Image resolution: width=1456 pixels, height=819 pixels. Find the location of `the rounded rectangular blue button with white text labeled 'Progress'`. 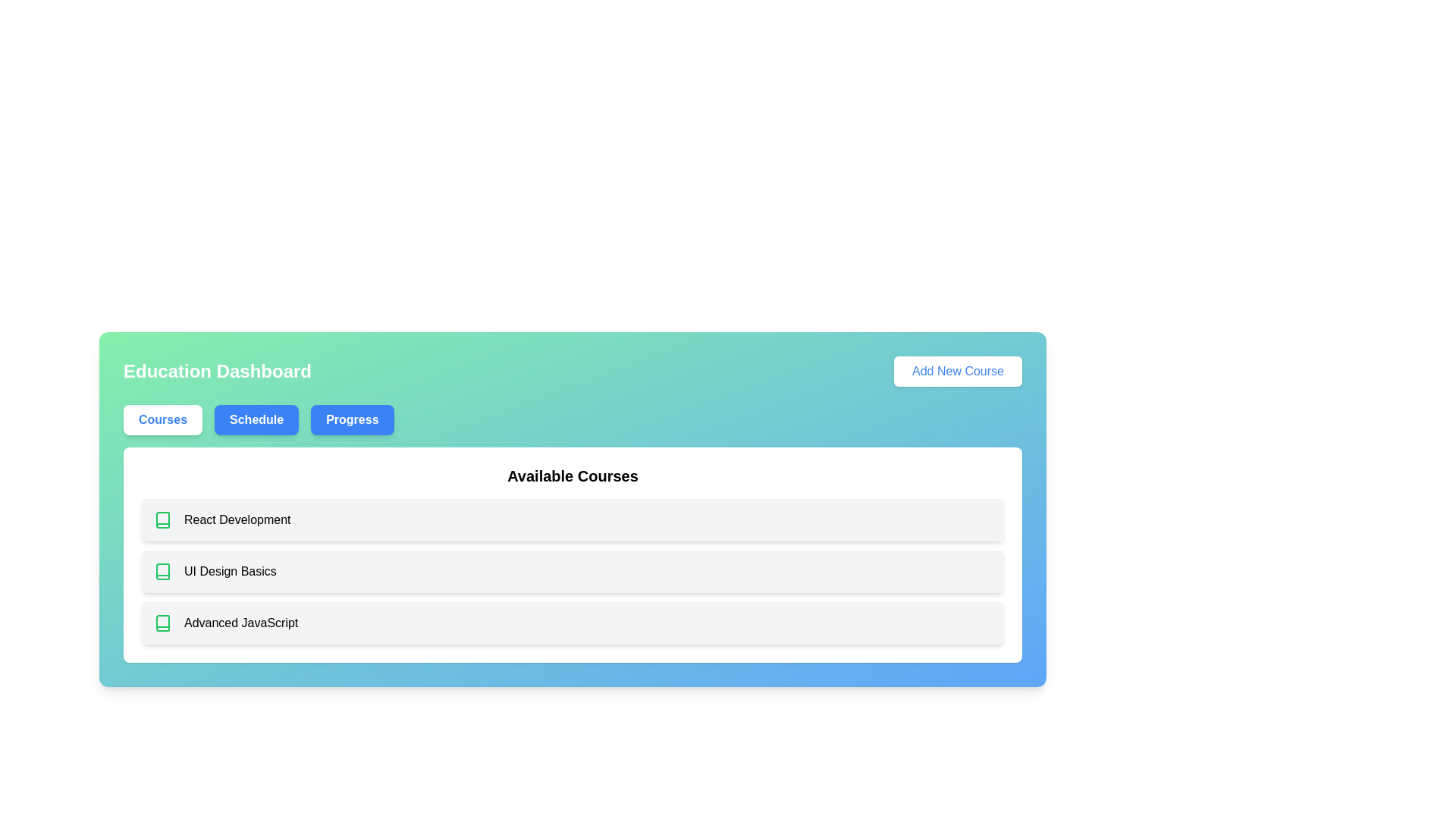

the rounded rectangular blue button with white text labeled 'Progress' is located at coordinates (351, 420).